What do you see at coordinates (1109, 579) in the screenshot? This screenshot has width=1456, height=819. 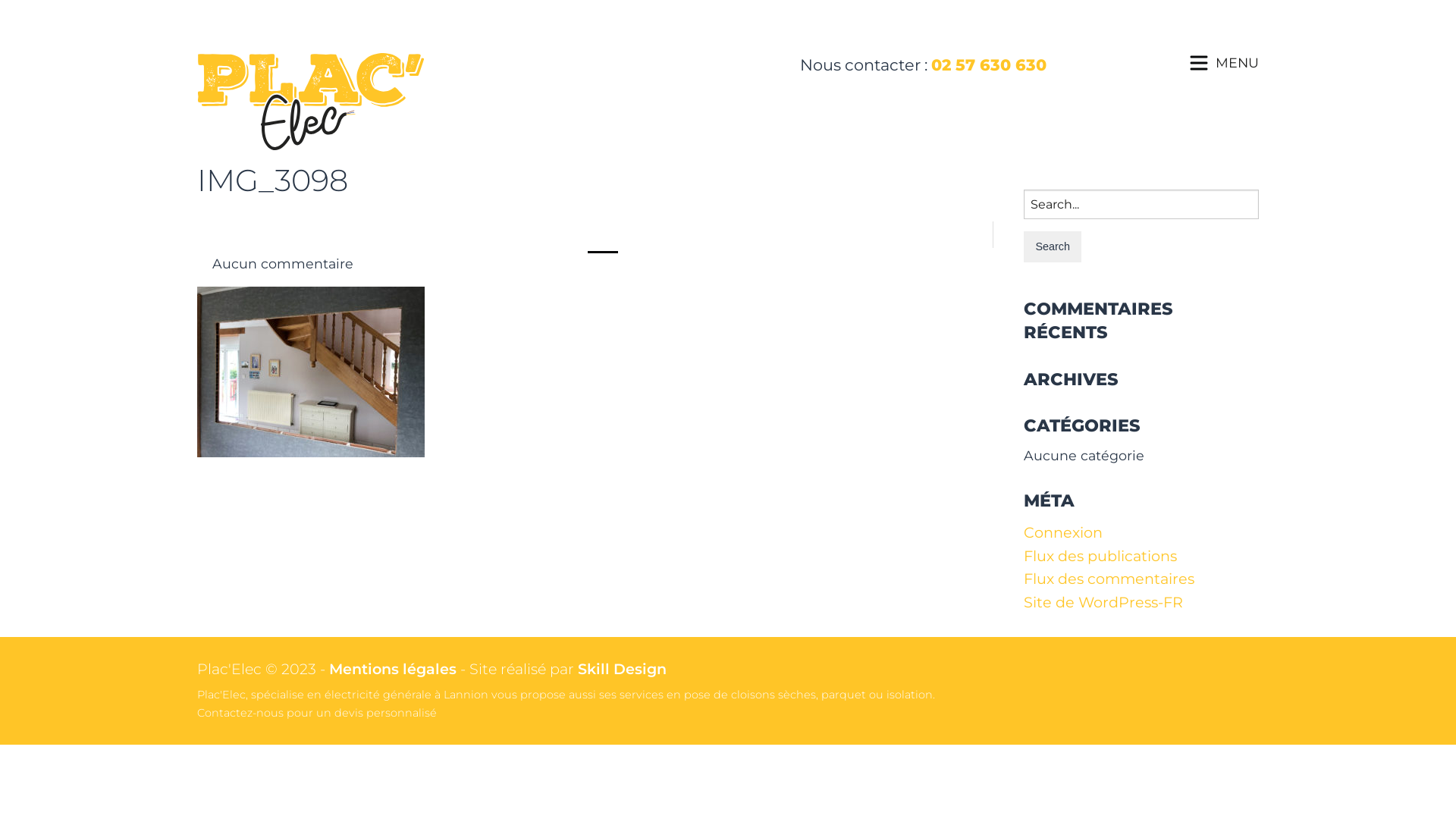 I see `'Flux des commentaires'` at bounding box center [1109, 579].